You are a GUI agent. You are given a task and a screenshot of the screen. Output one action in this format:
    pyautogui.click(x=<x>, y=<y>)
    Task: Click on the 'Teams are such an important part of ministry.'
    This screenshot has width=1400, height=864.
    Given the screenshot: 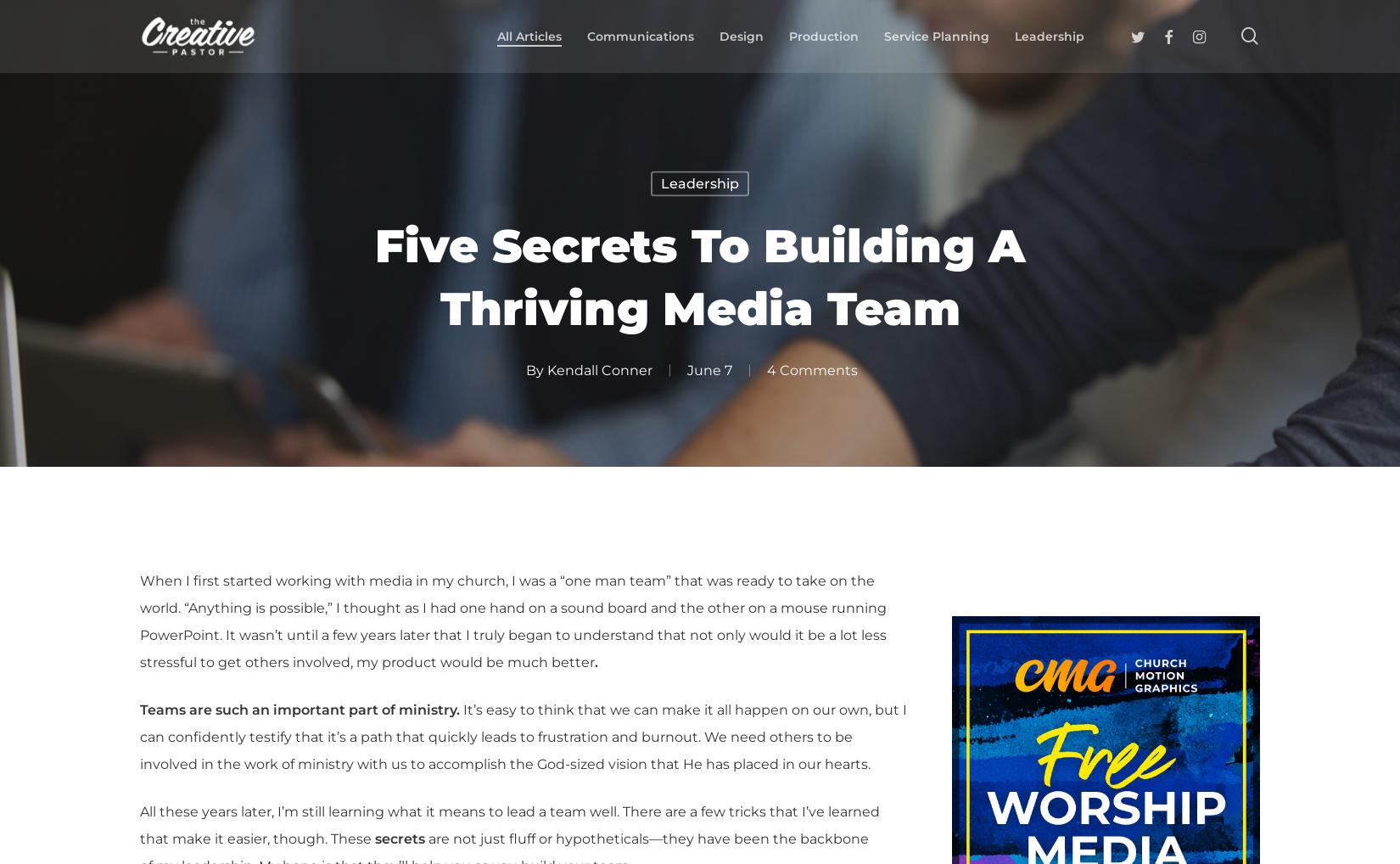 What is the action you would take?
    pyautogui.click(x=300, y=709)
    